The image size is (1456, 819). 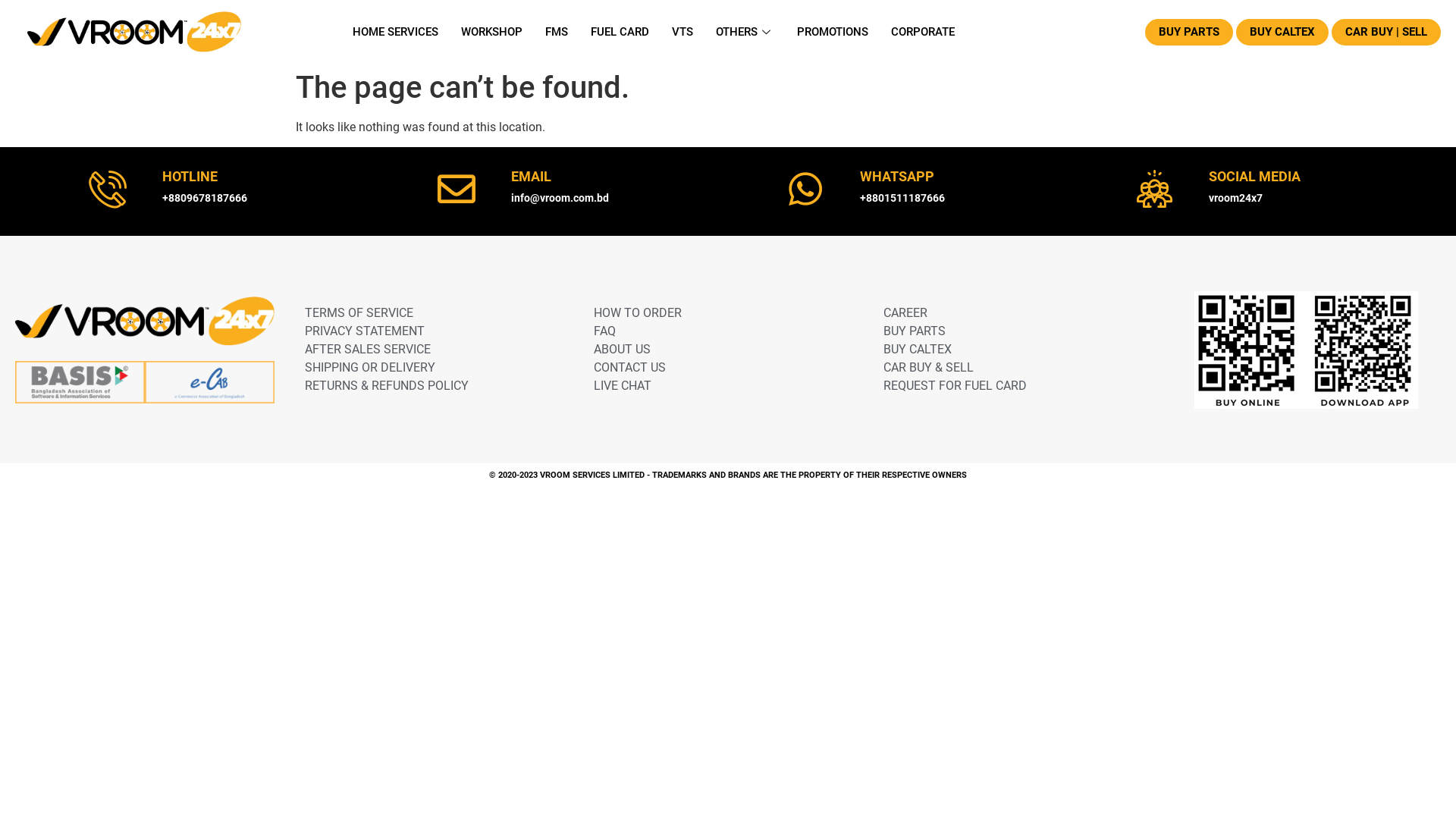 I want to click on 'HOW TO ORDER', so click(x=592, y=312).